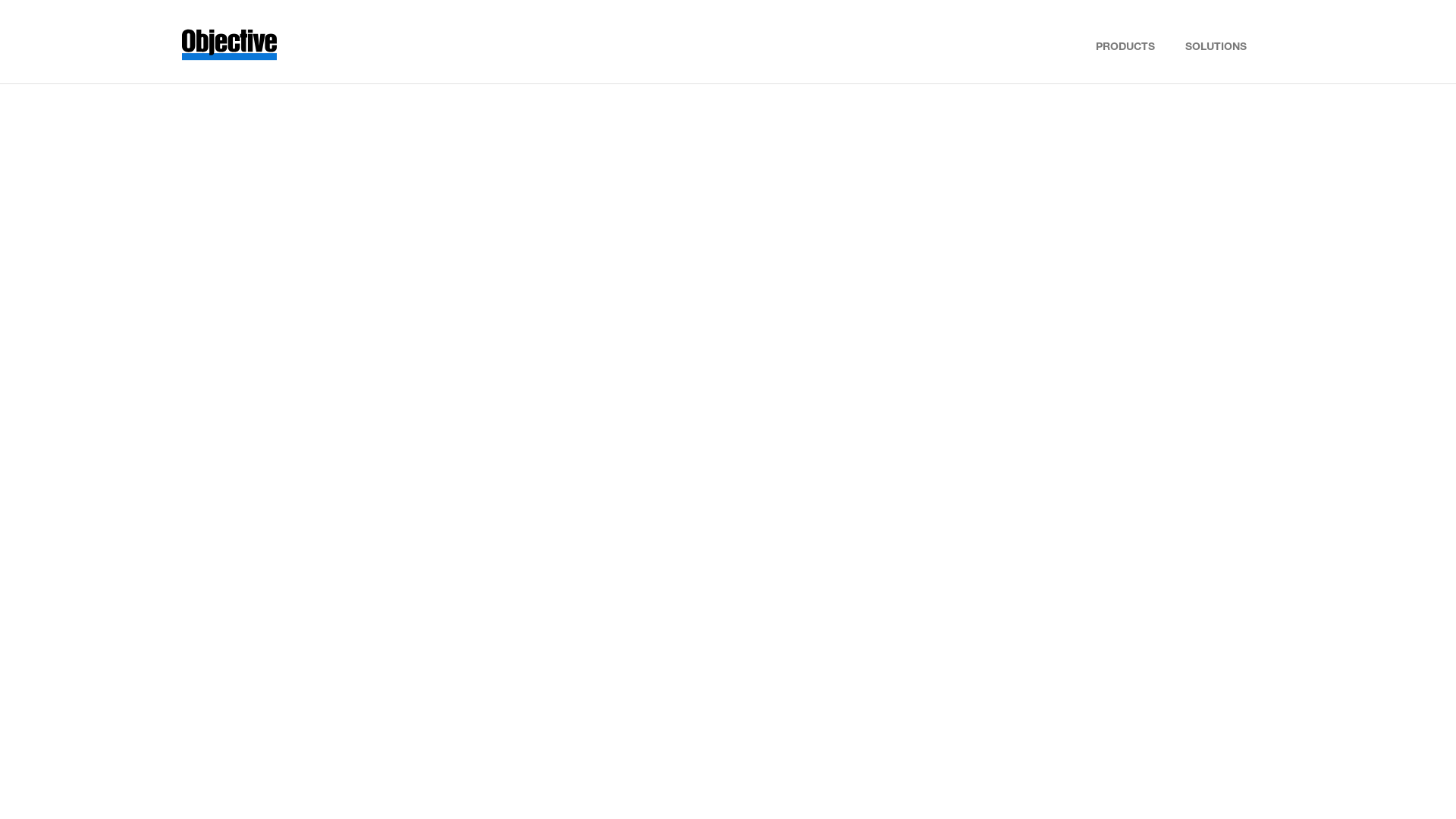 This screenshot has height=819, width=1456. I want to click on 'SOLUTIONS', so click(1181, 42).